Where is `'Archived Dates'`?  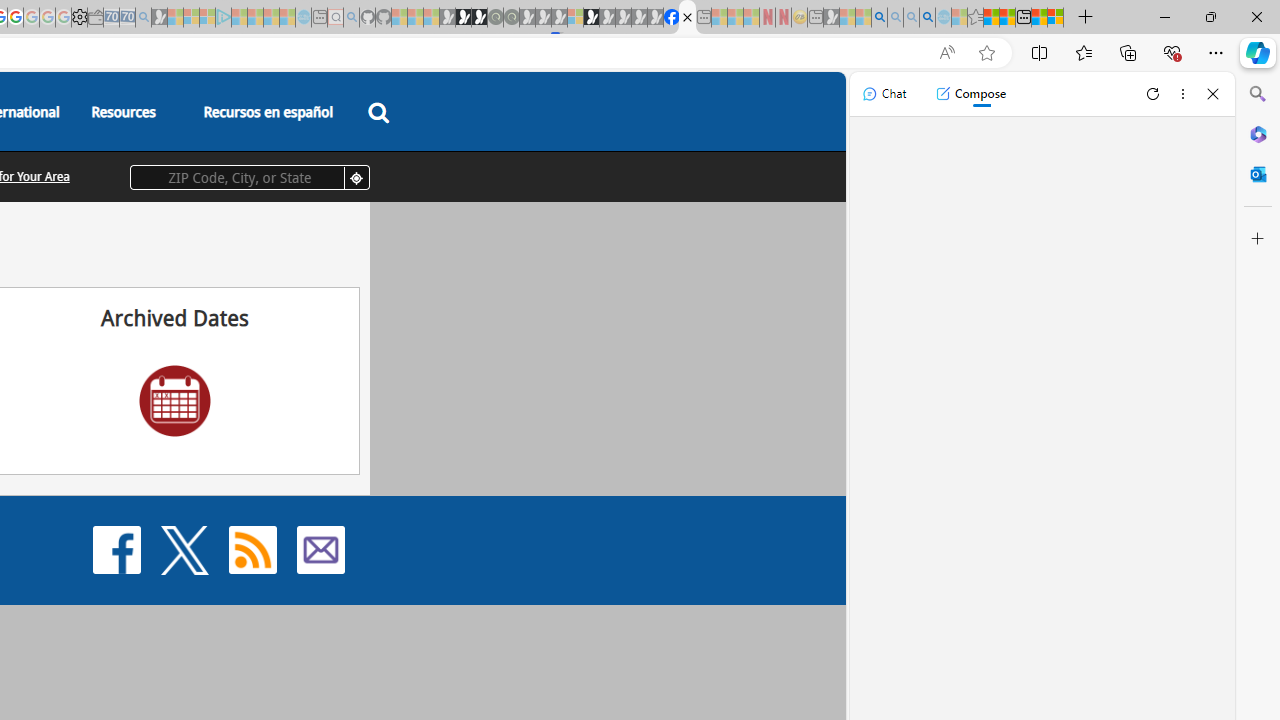
'Archived Dates' is located at coordinates (175, 400).